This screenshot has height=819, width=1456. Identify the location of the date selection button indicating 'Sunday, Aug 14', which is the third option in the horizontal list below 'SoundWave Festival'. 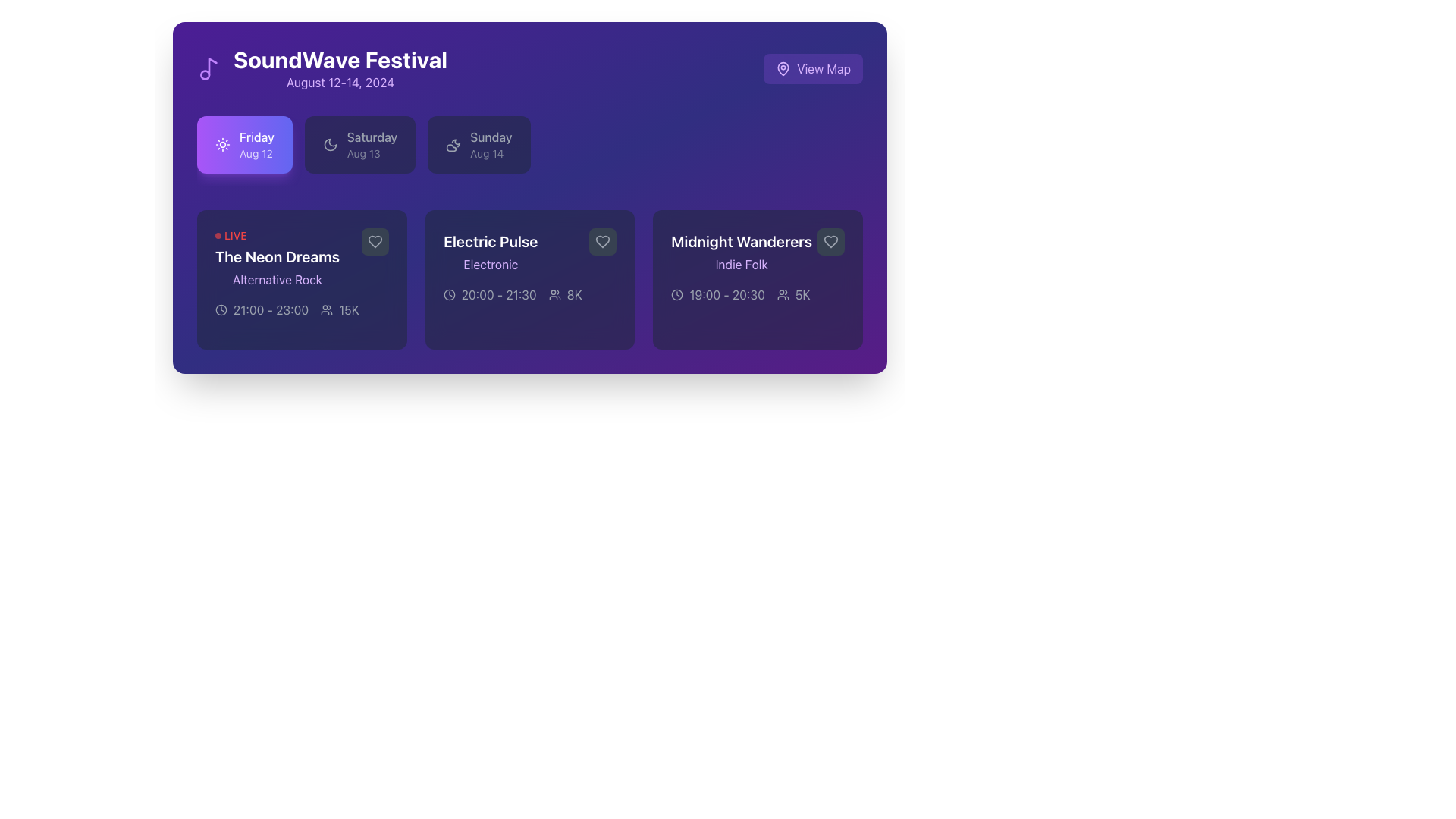
(491, 145).